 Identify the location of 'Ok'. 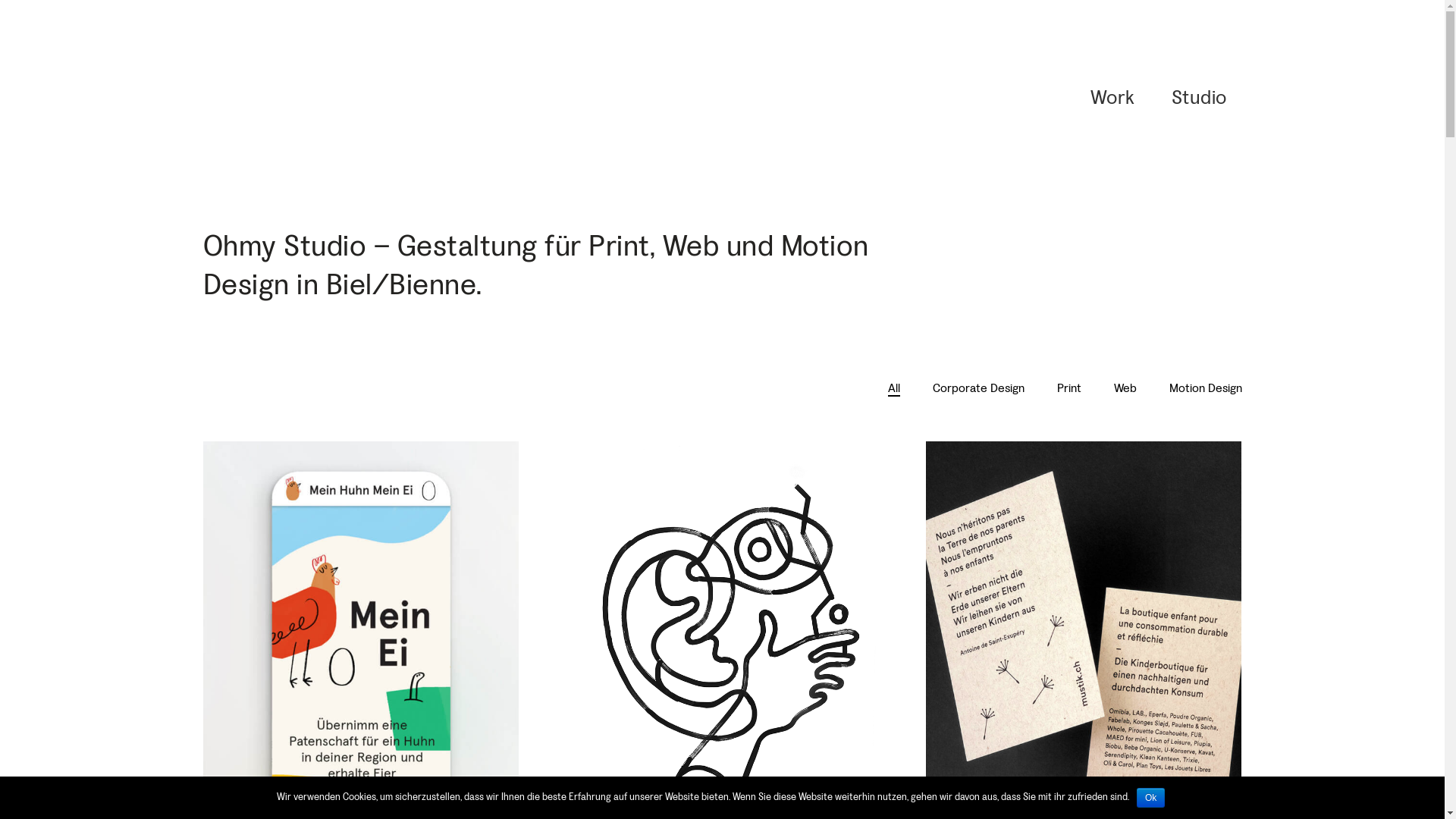
(1136, 797).